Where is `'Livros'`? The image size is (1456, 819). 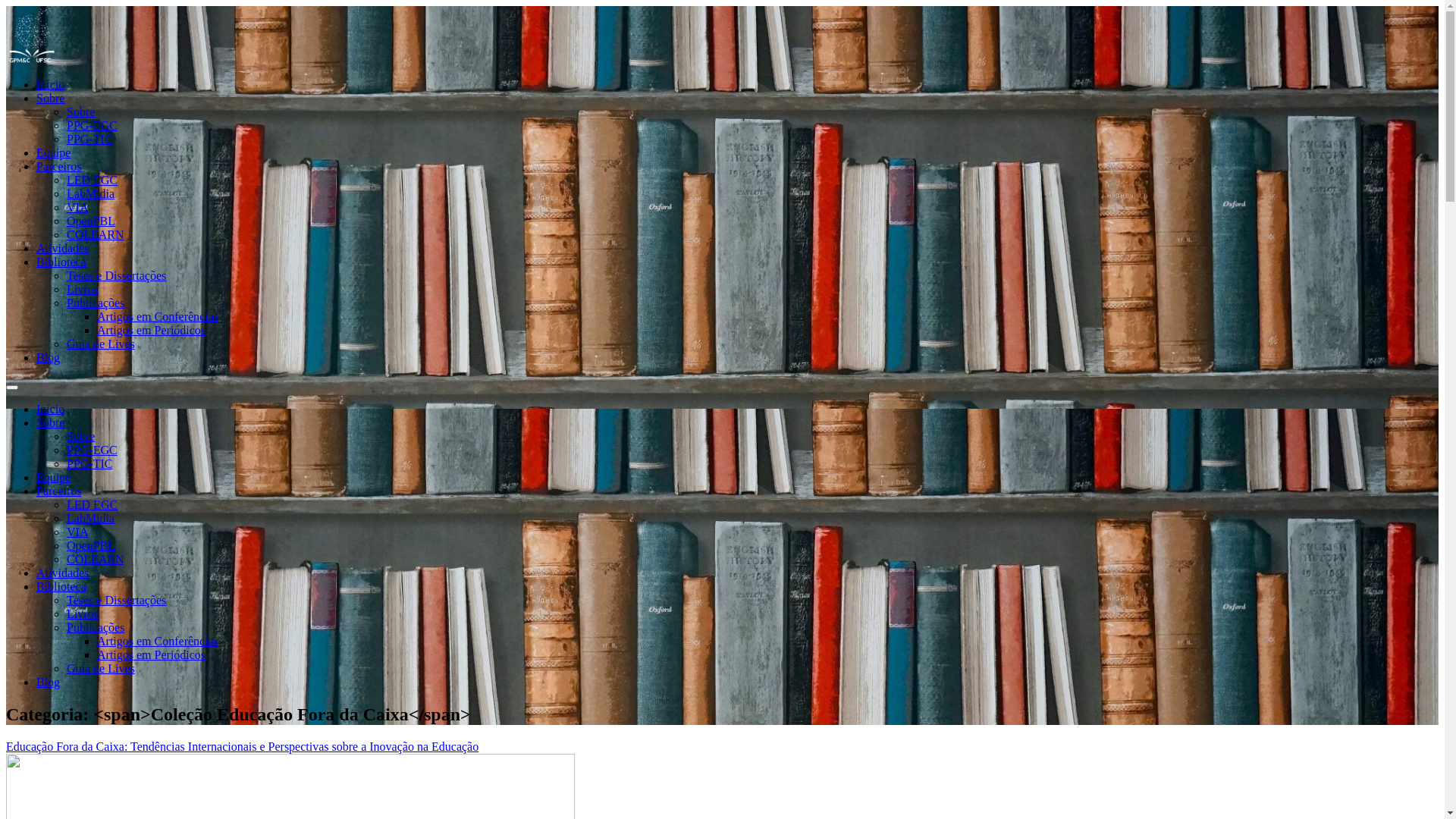
'Livros' is located at coordinates (82, 613).